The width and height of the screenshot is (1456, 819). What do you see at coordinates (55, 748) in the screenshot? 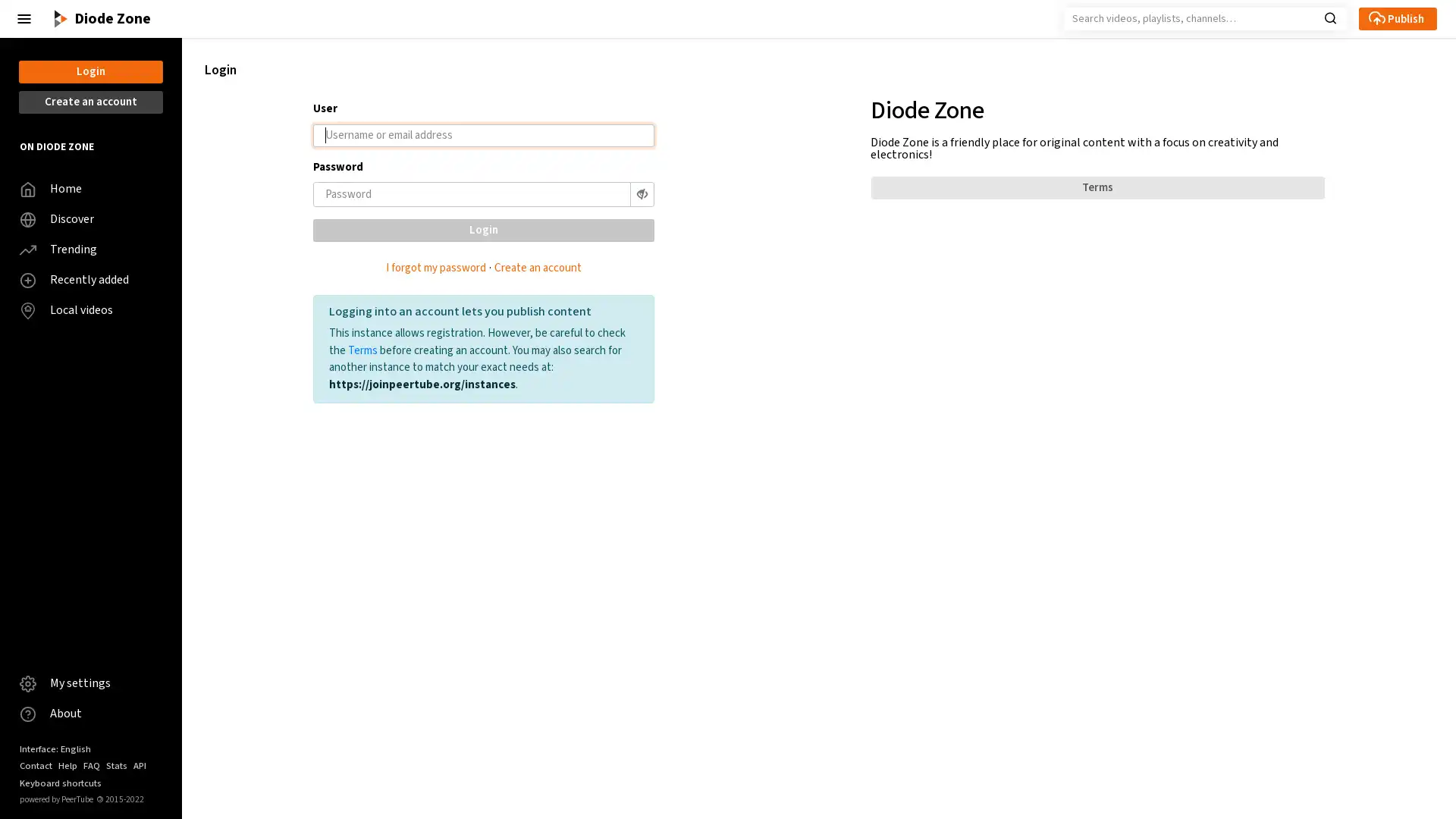
I see `Interface: English` at bounding box center [55, 748].